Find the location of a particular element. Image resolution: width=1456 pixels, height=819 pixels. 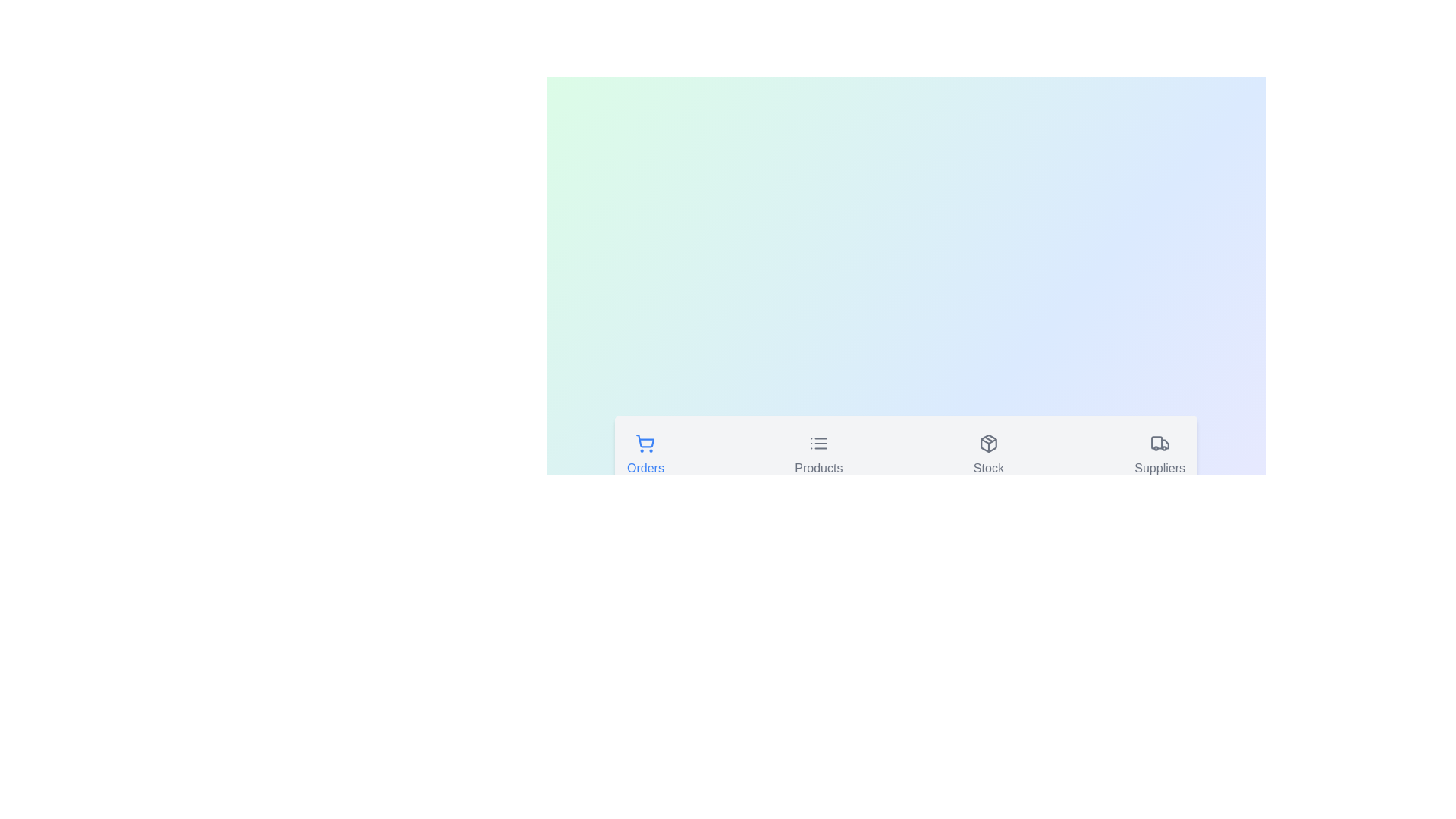

the icon of the Suppliers tab is located at coordinates (1159, 456).